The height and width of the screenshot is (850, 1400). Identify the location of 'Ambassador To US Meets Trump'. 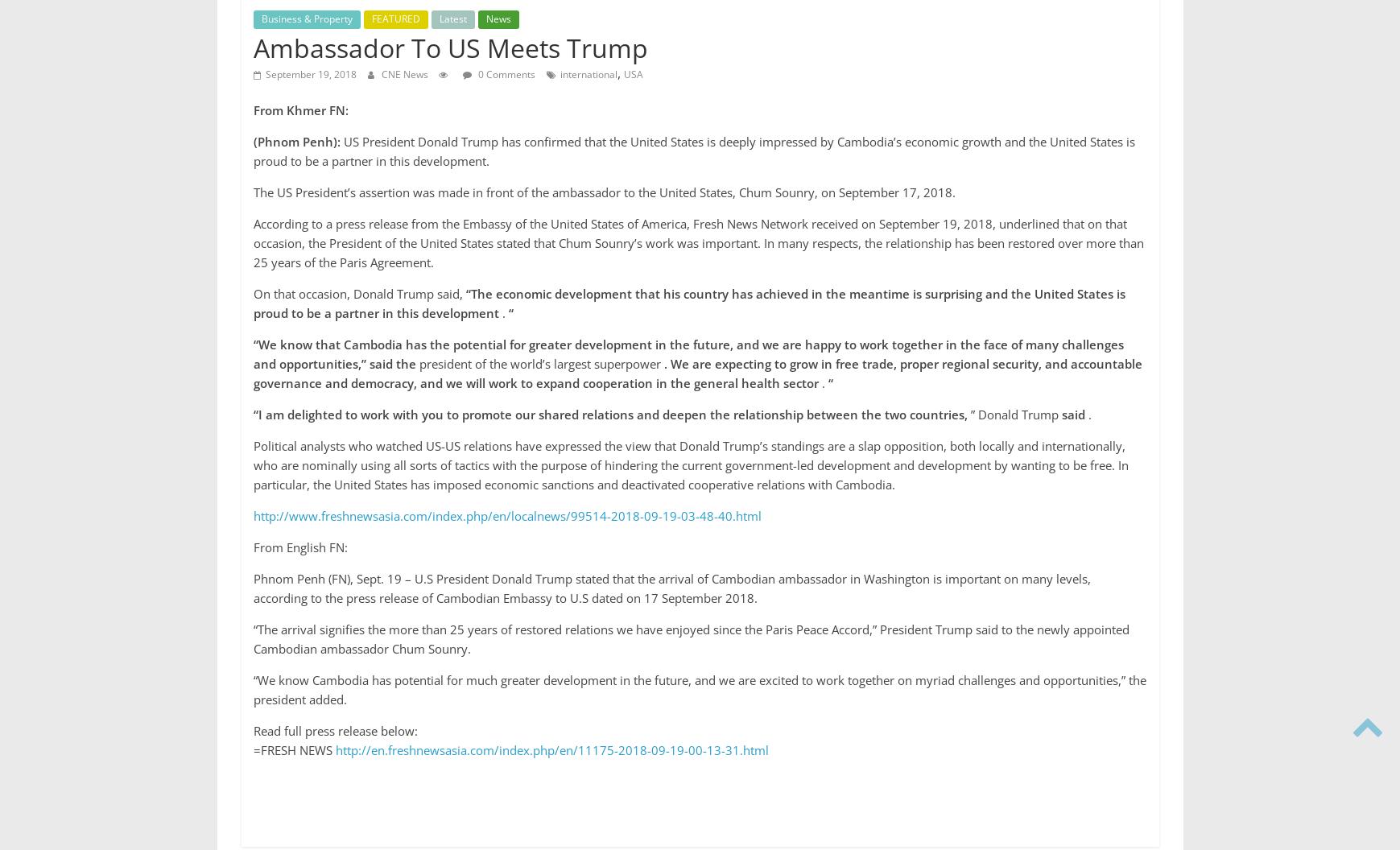
(253, 47).